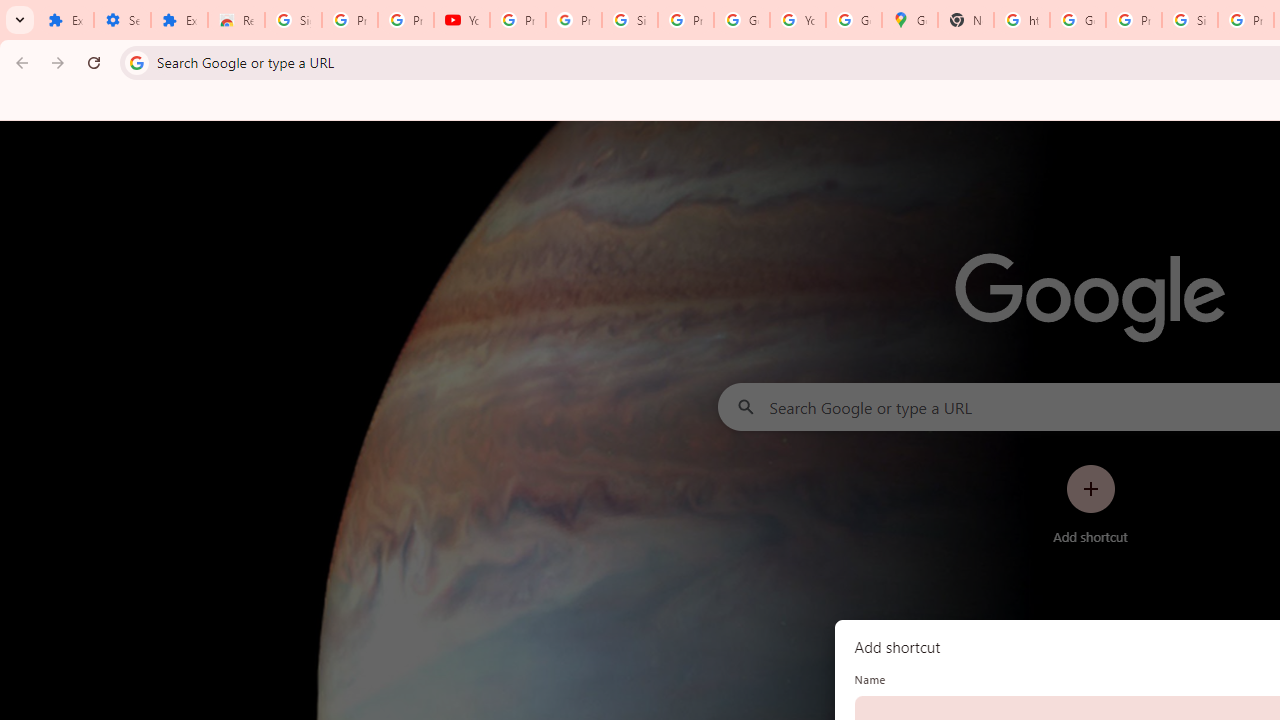 Image resolution: width=1280 pixels, height=720 pixels. What do you see at coordinates (1190, 20) in the screenshot?
I see `'Sign in - Google Accounts'` at bounding box center [1190, 20].